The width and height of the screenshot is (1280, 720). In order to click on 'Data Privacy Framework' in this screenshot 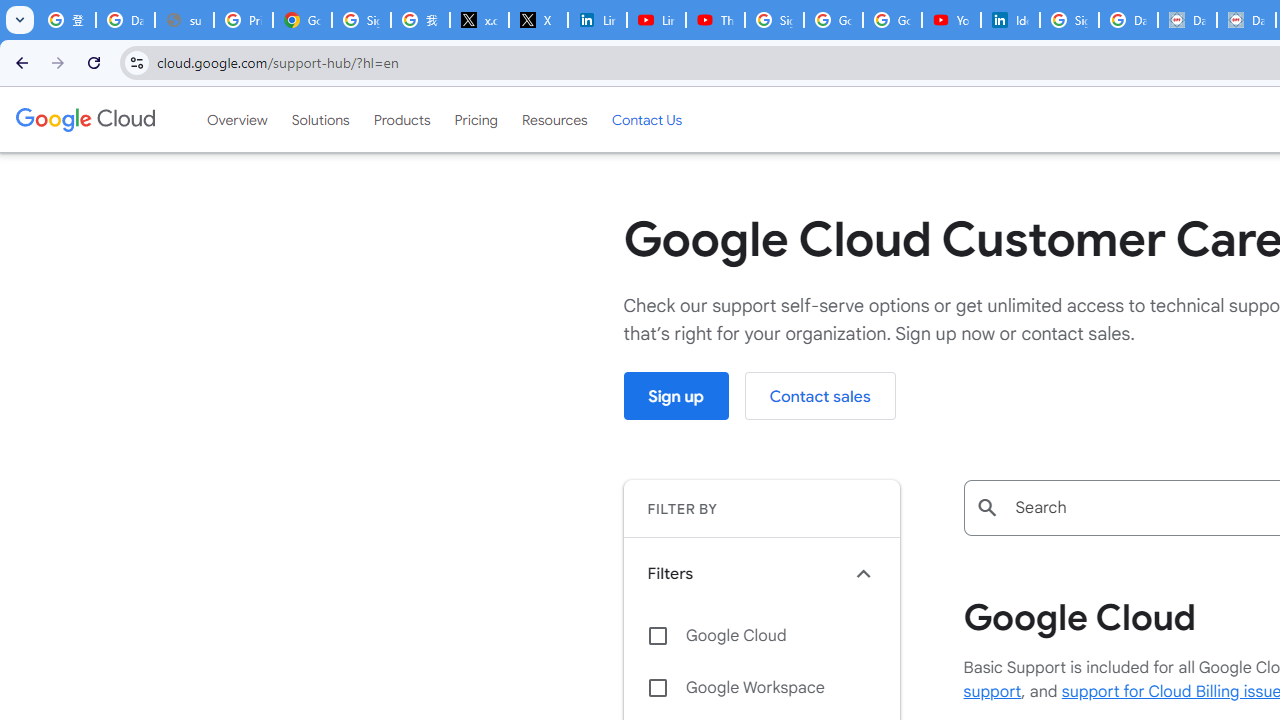, I will do `click(1187, 20)`.